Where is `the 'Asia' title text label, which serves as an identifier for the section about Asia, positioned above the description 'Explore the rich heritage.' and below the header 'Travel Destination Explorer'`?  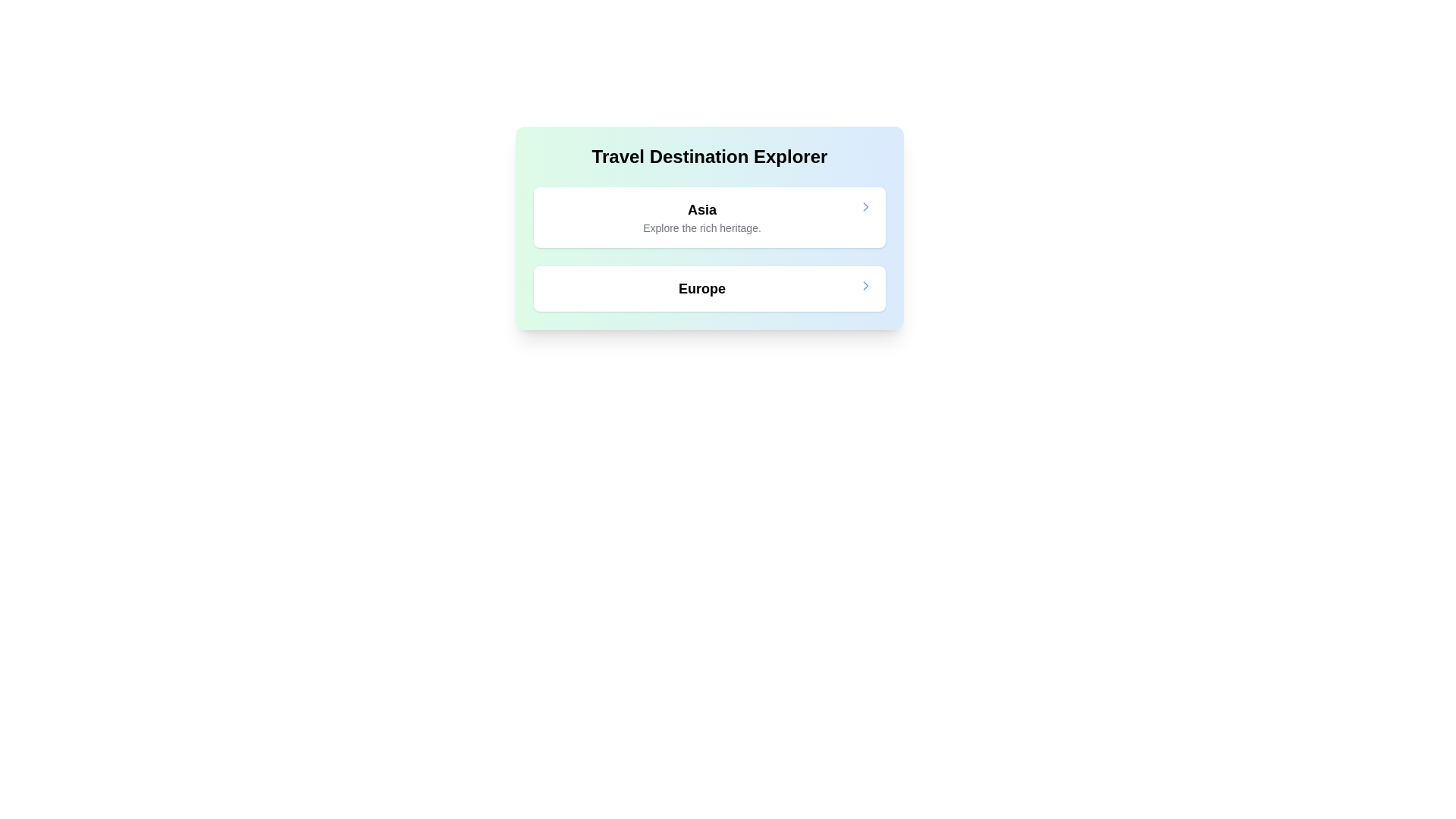
the 'Asia' title text label, which serves as an identifier for the section about Asia, positioned above the description 'Explore the rich heritage.' and below the header 'Travel Destination Explorer' is located at coordinates (701, 210).